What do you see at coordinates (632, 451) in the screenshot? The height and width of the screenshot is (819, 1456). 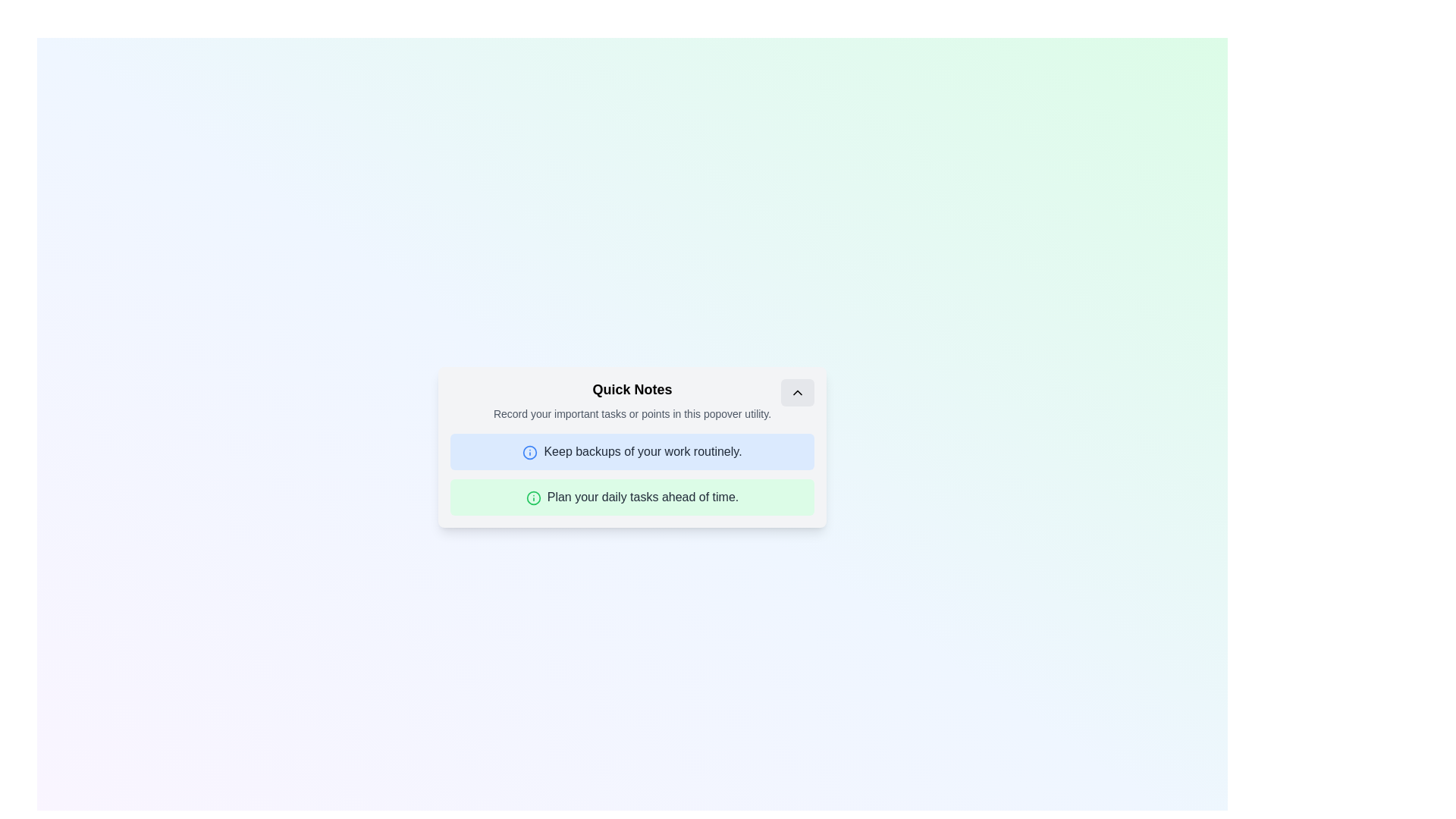 I see `the informational note message box with a light blue background that contains an exclamation mark icon and the text 'Keep backups of your work routinely.'` at bounding box center [632, 451].